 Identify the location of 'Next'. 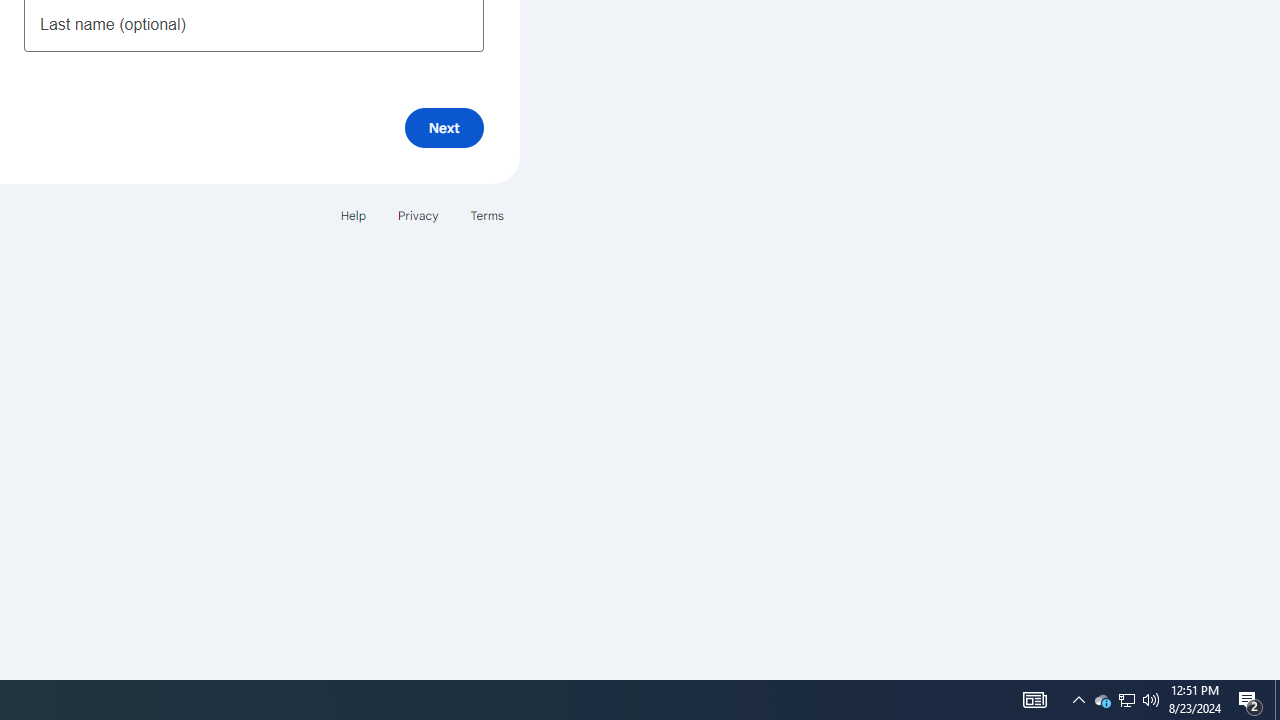
(443, 127).